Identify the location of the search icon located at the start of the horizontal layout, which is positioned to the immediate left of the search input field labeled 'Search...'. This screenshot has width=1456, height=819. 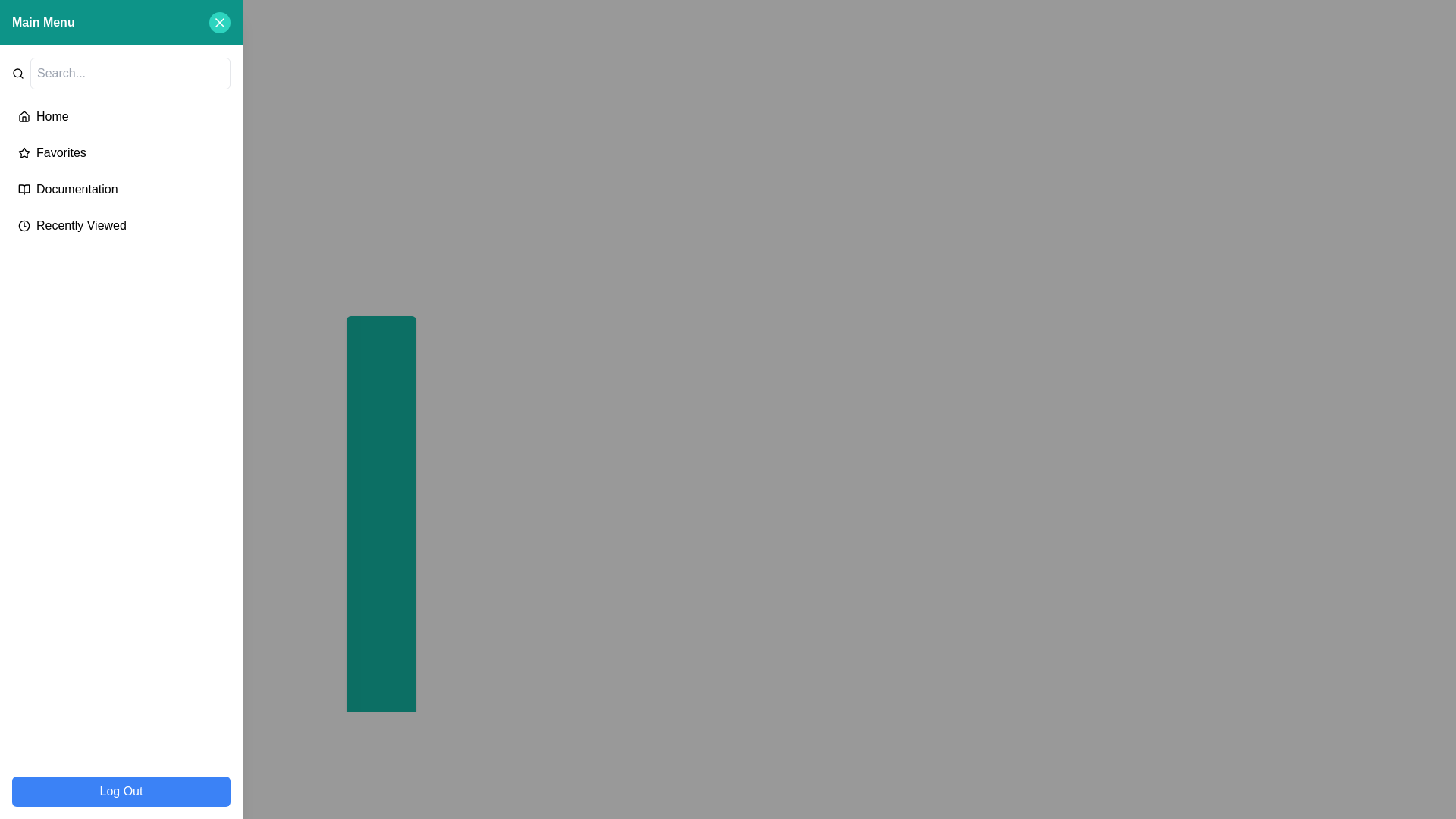
(18, 73).